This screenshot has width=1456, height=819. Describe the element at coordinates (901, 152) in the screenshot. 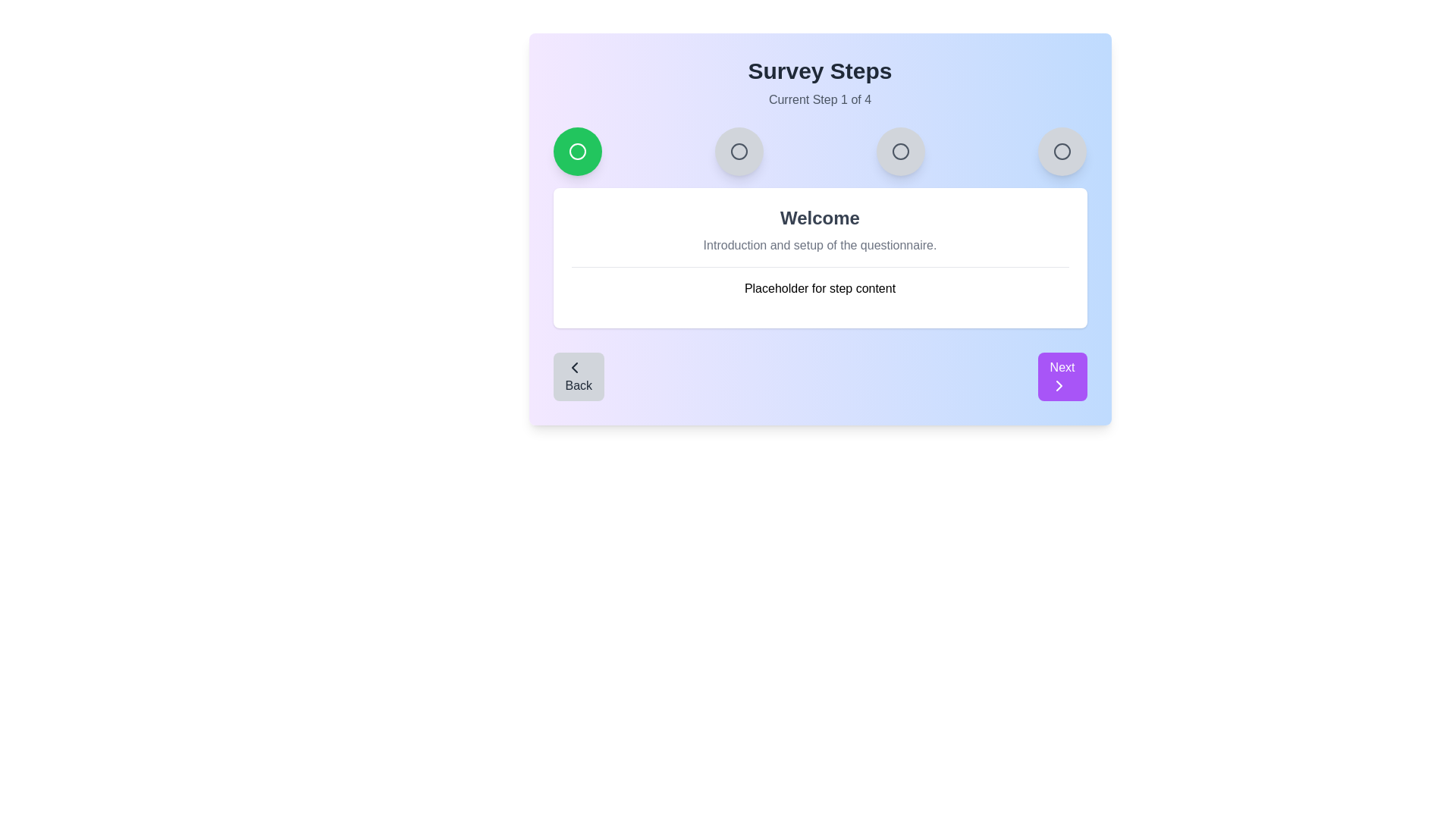

I see `the third Circle icon in the horizontal sequence located near the top center of the interface` at that location.